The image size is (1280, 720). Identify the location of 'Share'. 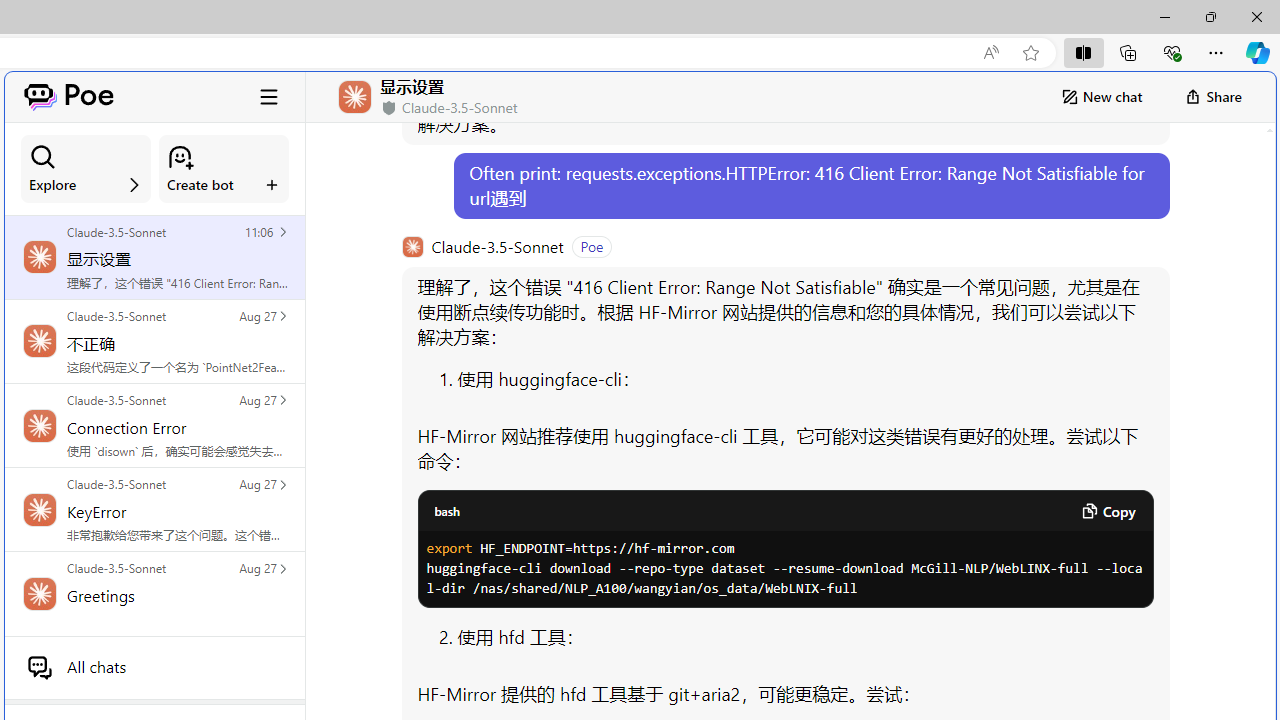
(1212, 96).